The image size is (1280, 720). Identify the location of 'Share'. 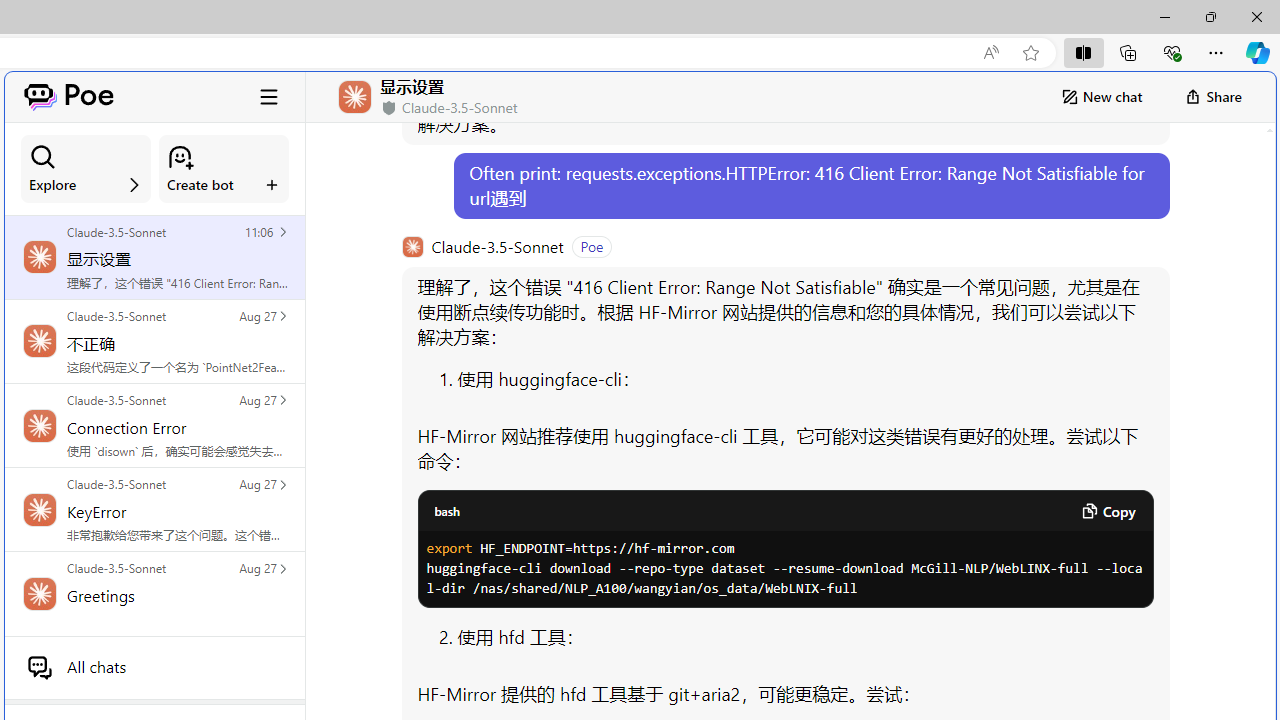
(1212, 96).